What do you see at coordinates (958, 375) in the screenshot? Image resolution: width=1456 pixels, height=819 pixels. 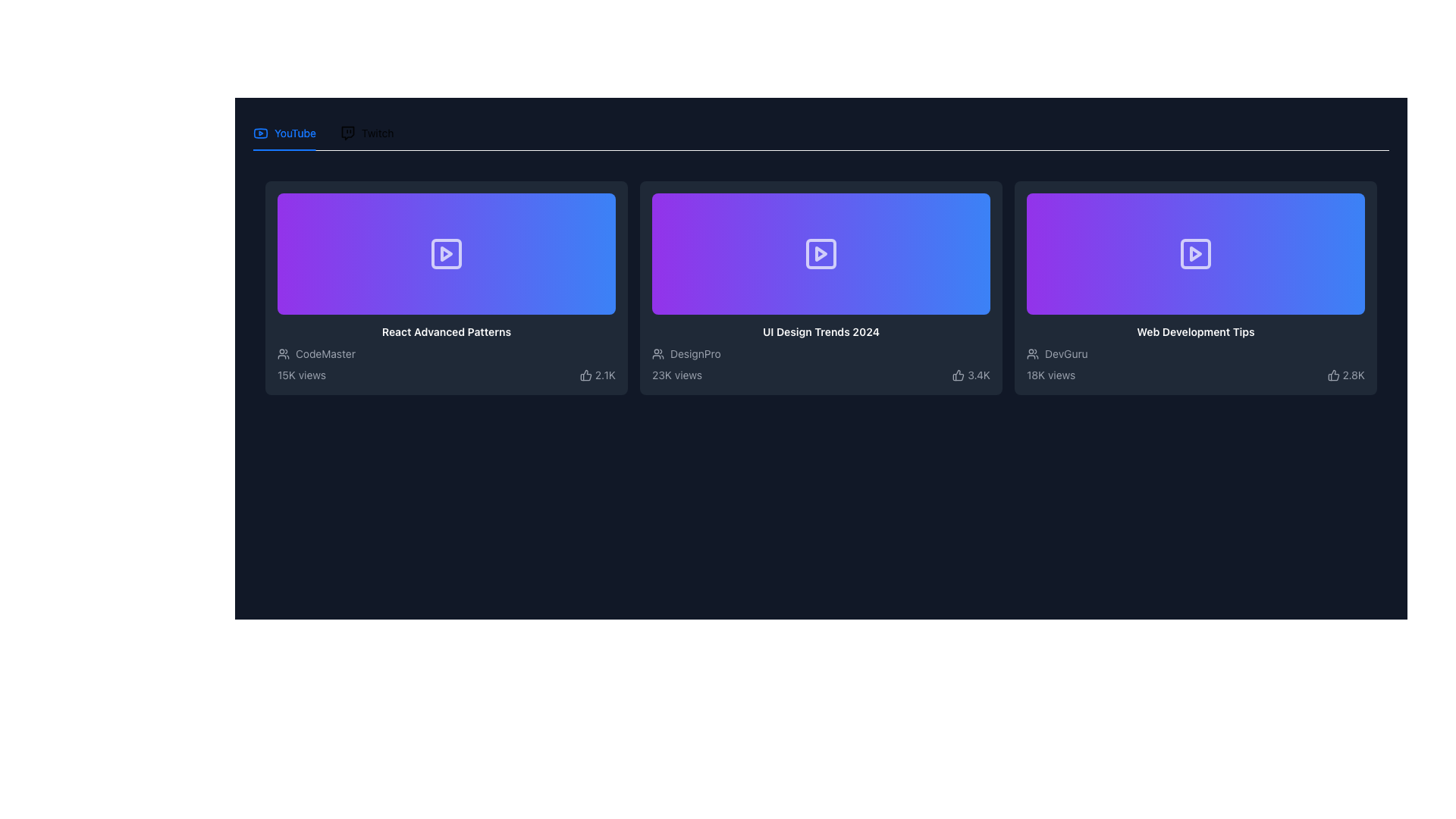 I see `the thumbs-up icon located on the second card in a horizontal arrangement of three cards, positioned to the left of the text '3.4K'` at bounding box center [958, 375].